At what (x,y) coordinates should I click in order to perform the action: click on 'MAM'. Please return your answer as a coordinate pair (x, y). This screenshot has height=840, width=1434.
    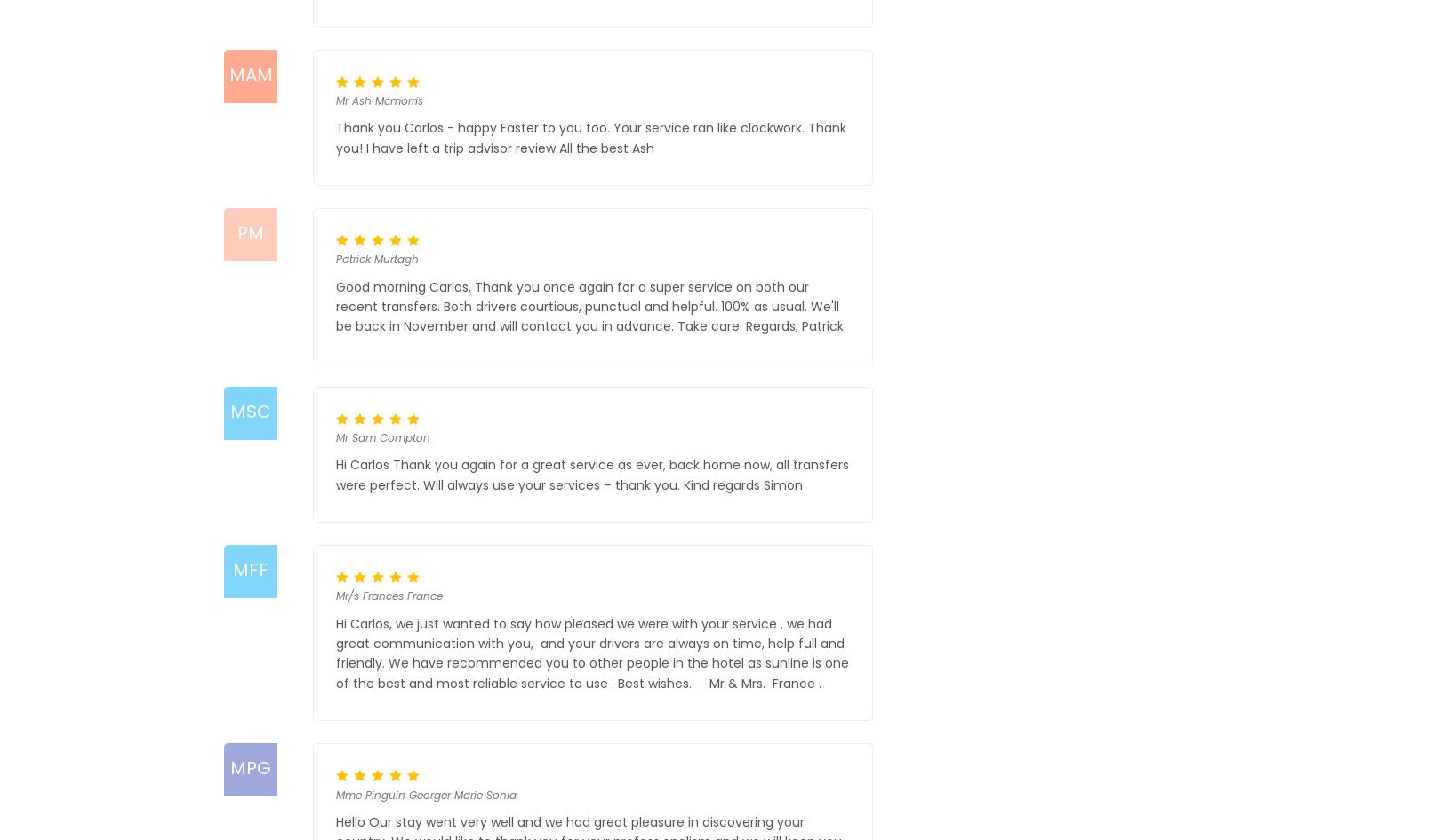
    Looking at the image, I should click on (249, 74).